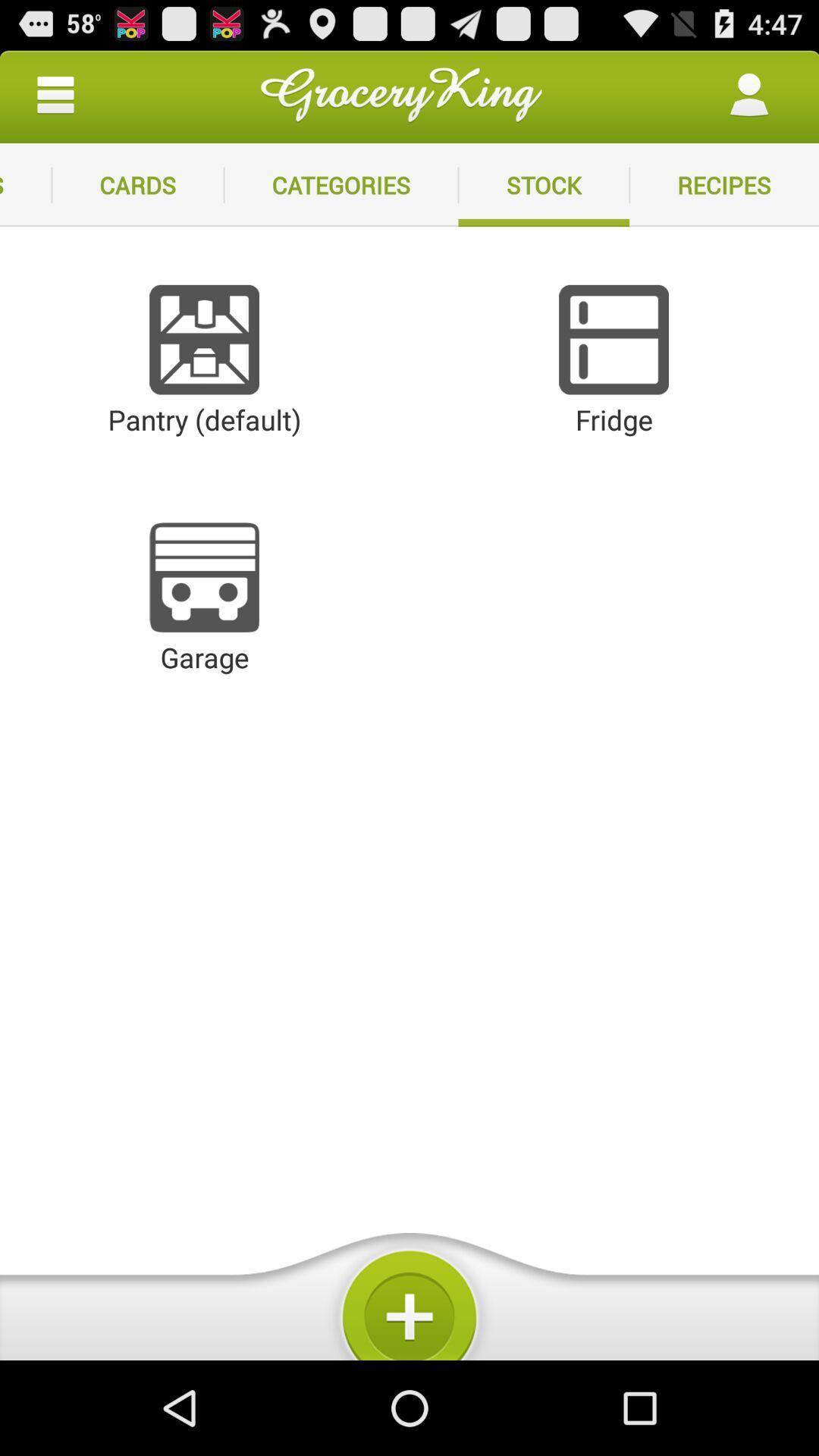  What do you see at coordinates (137, 184) in the screenshot?
I see `item next to lists icon` at bounding box center [137, 184].